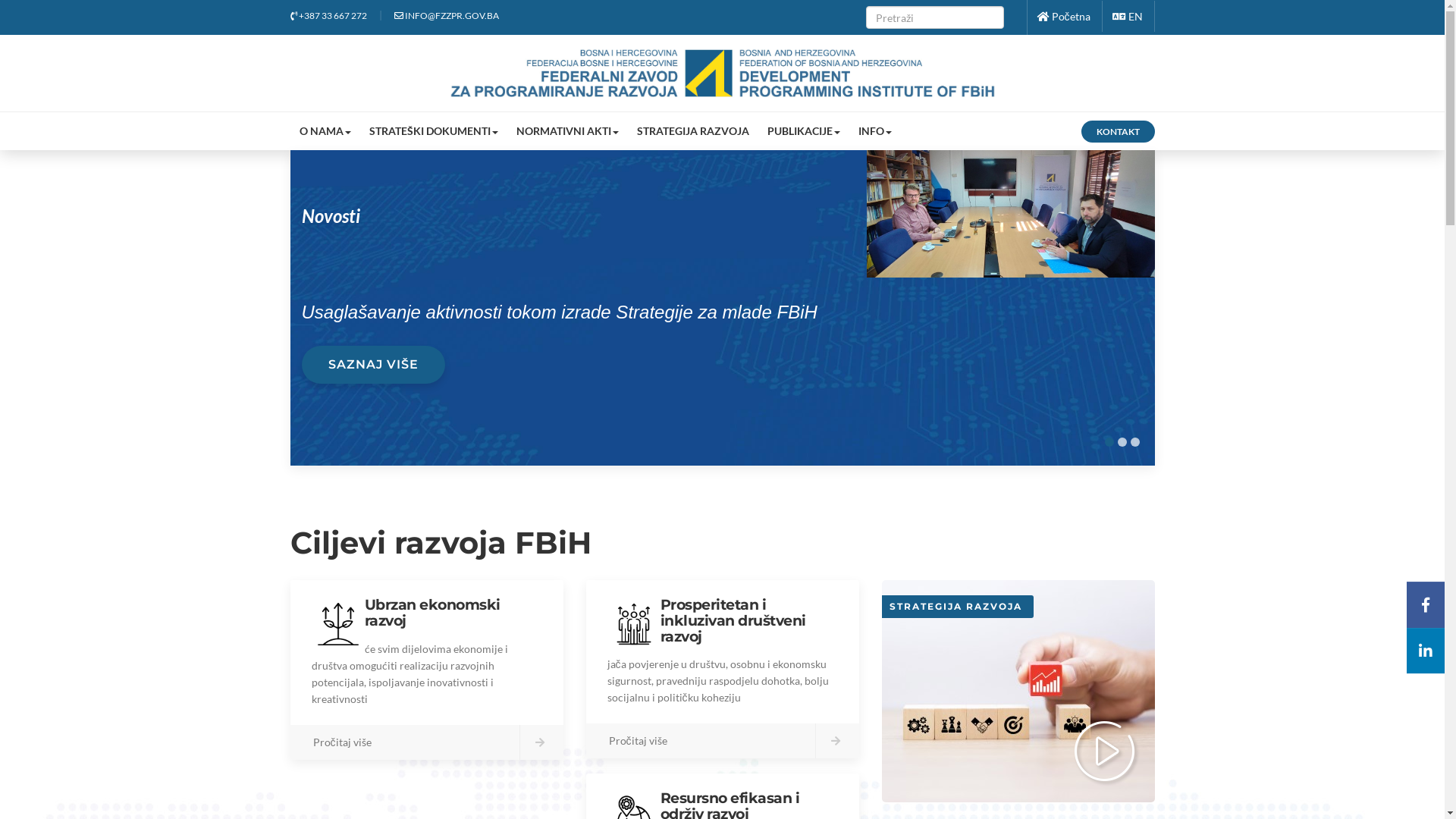 Image resolution: width=1456 pixels, height=819 pixels. What do you see at coordinates (874, 130) in the screenshot?
I see `'INFO'` at bounding box center [874, 130].